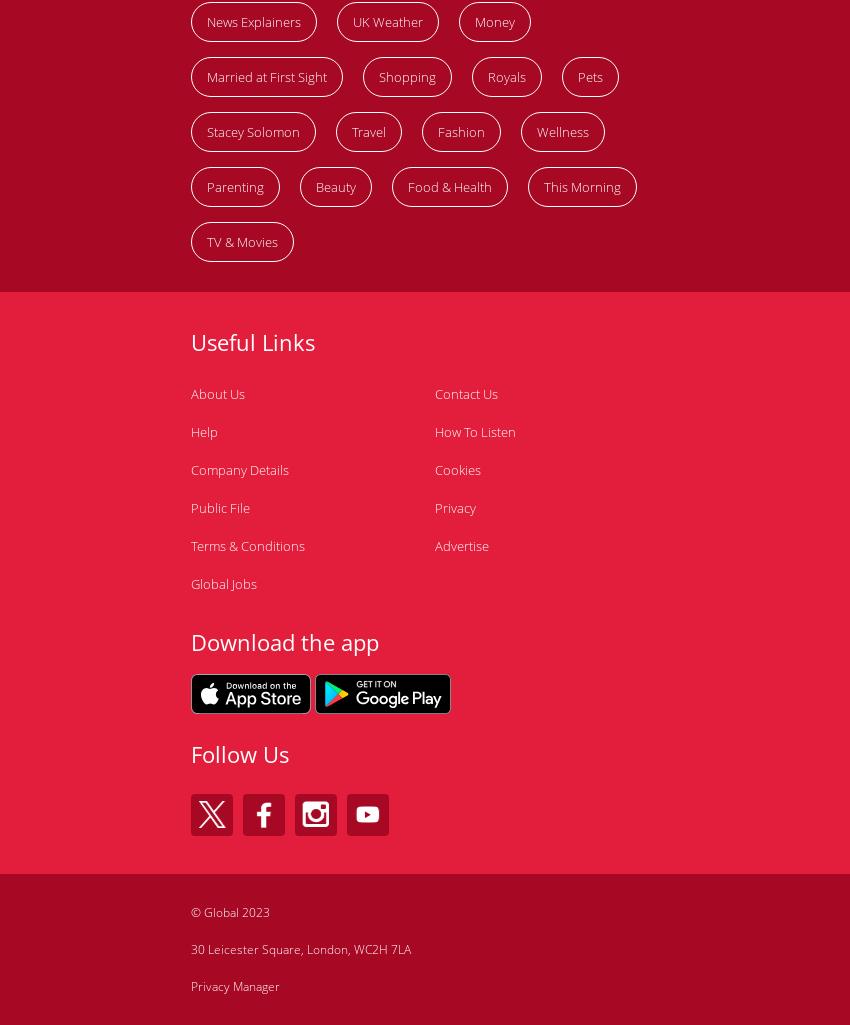 The image size is (850, 1025). I want to click on 'TV & Movies', so click(242, 239).